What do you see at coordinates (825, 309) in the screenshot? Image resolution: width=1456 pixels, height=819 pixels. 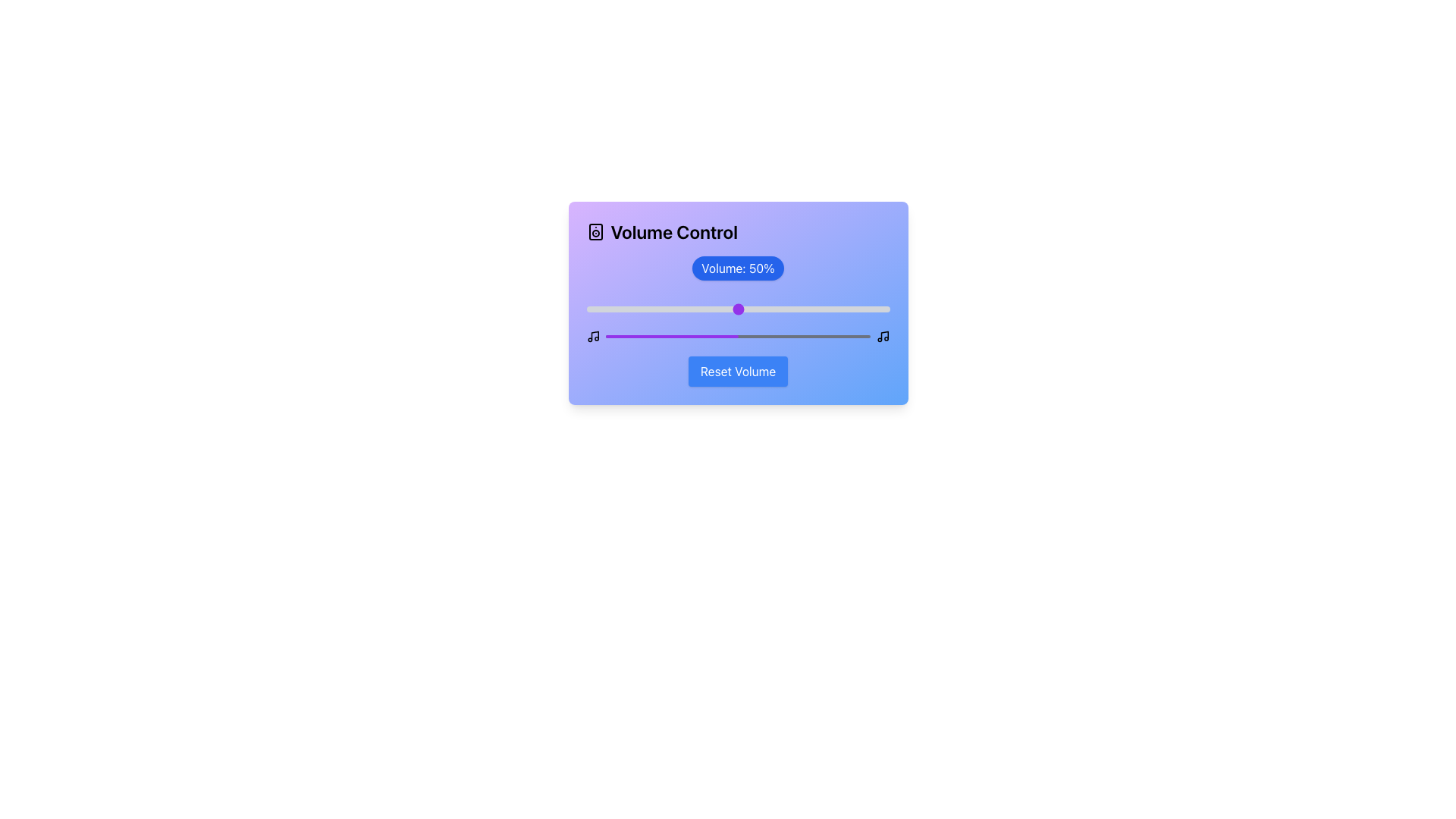 I see `the volume slider` at bounding box center [825, 309].